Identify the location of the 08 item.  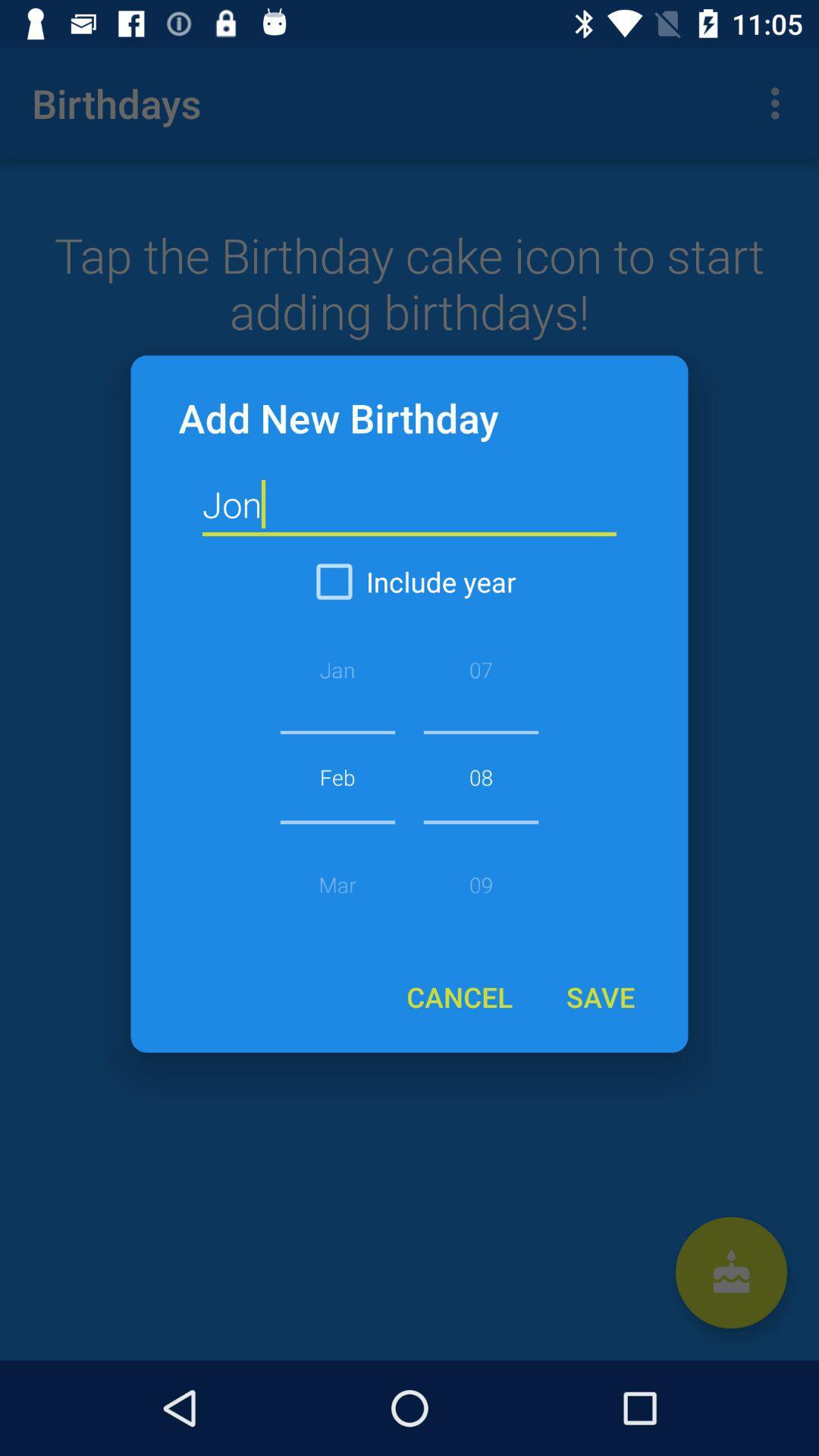
(481, 777).